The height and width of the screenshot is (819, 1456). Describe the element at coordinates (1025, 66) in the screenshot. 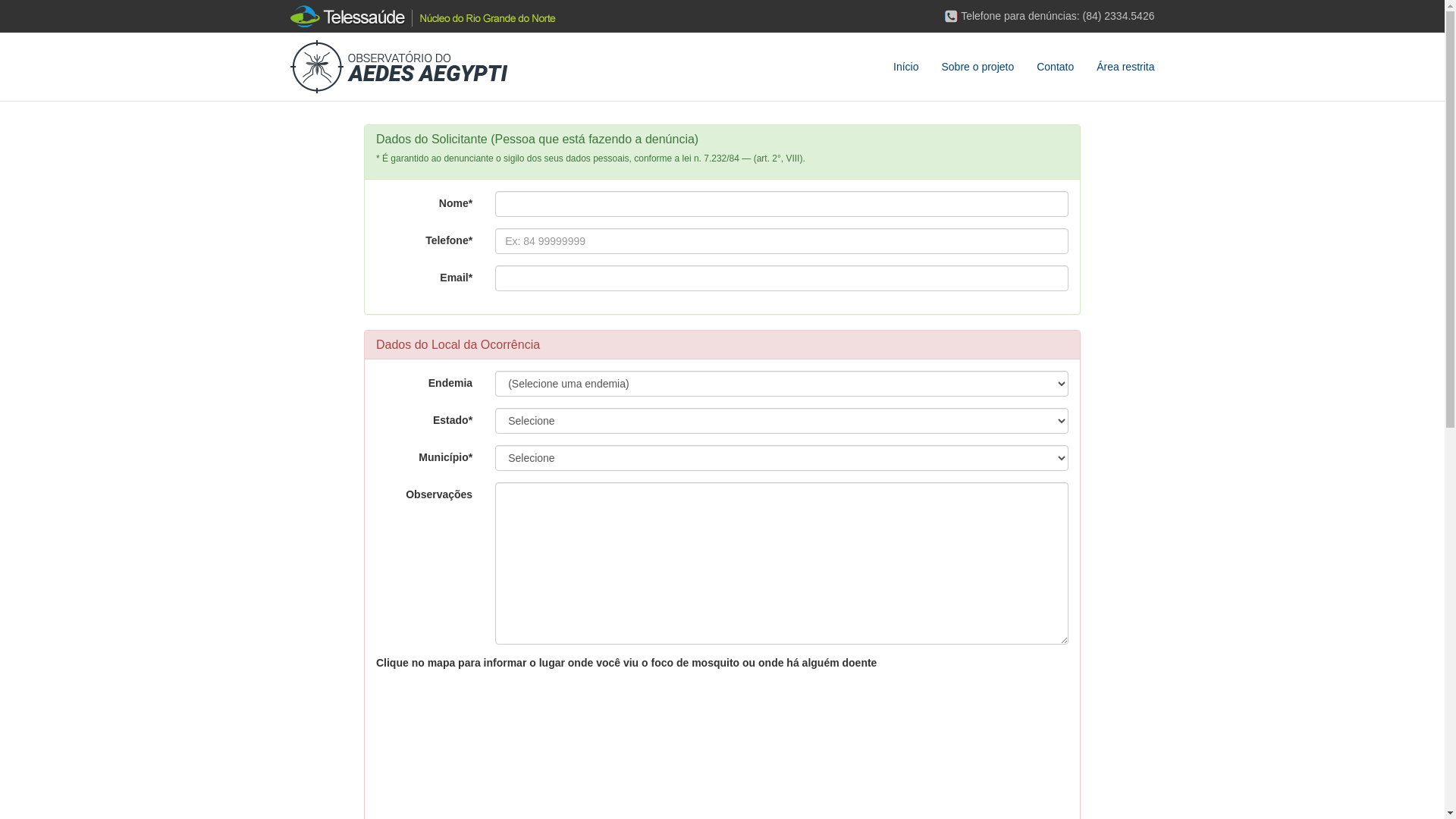

I see `'Contato'` at that location.